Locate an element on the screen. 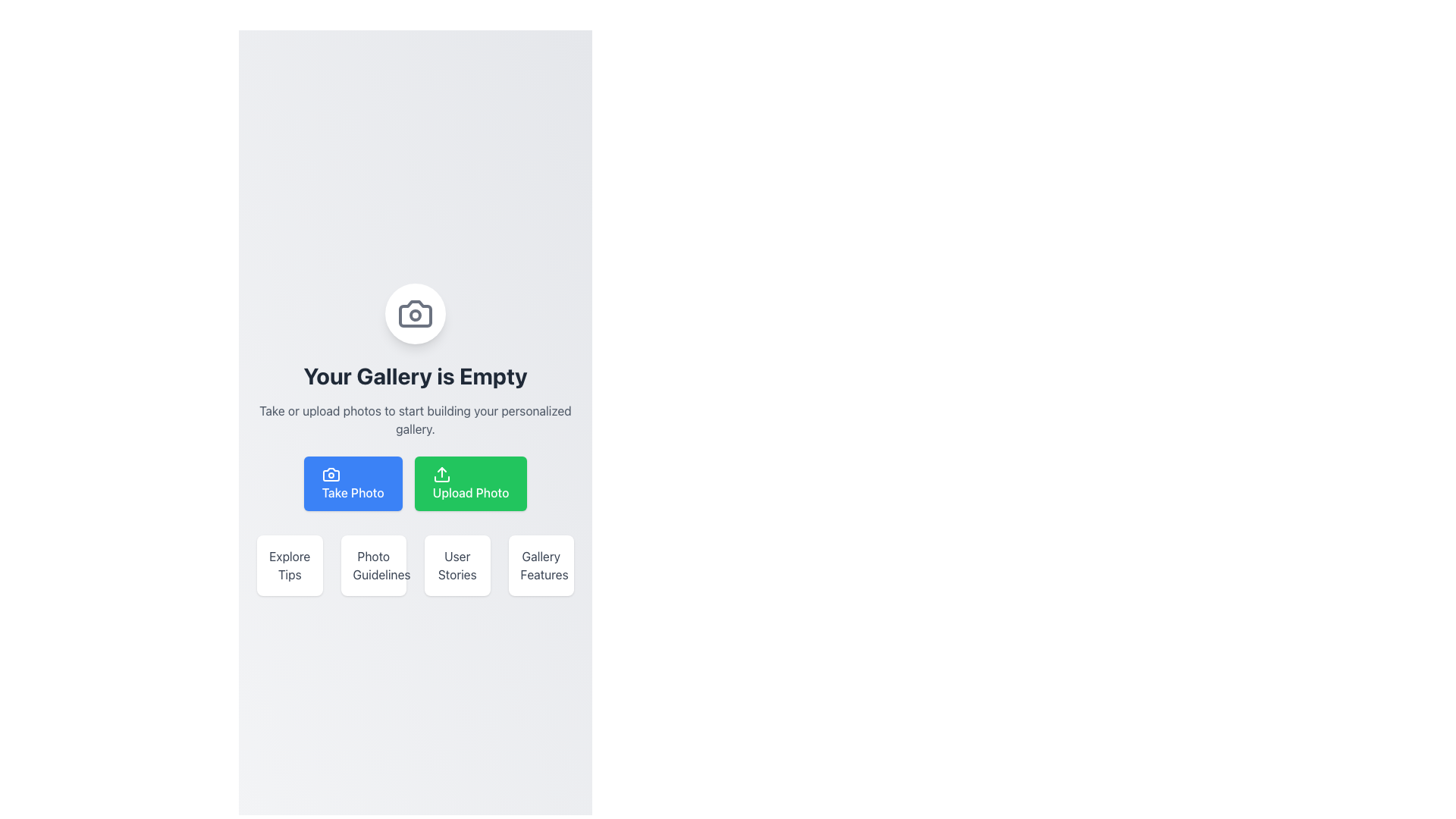  the 'Photo Guidelines' button located in the second position from the left in a horizontal row of four elements near the bottom of the interface is located at coordinates (373, 565).